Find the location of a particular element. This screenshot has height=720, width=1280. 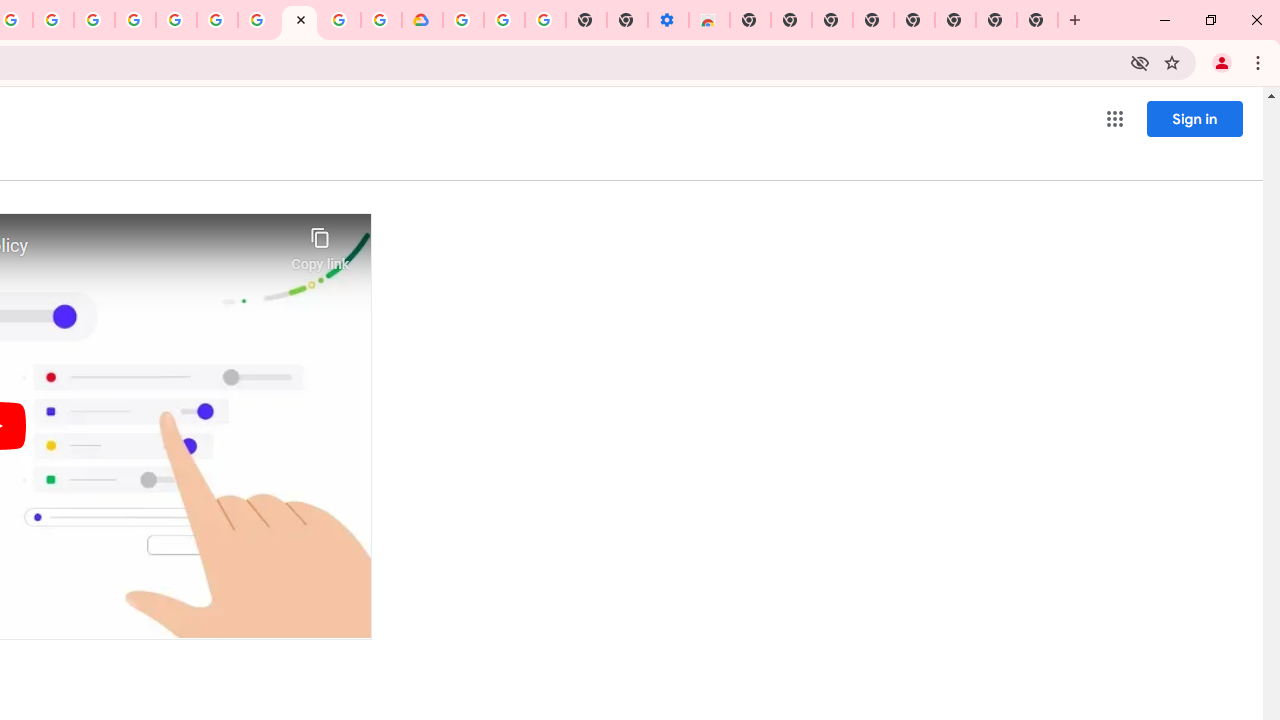

'Settings - Accessibility' is located at coordinates (668, 20).